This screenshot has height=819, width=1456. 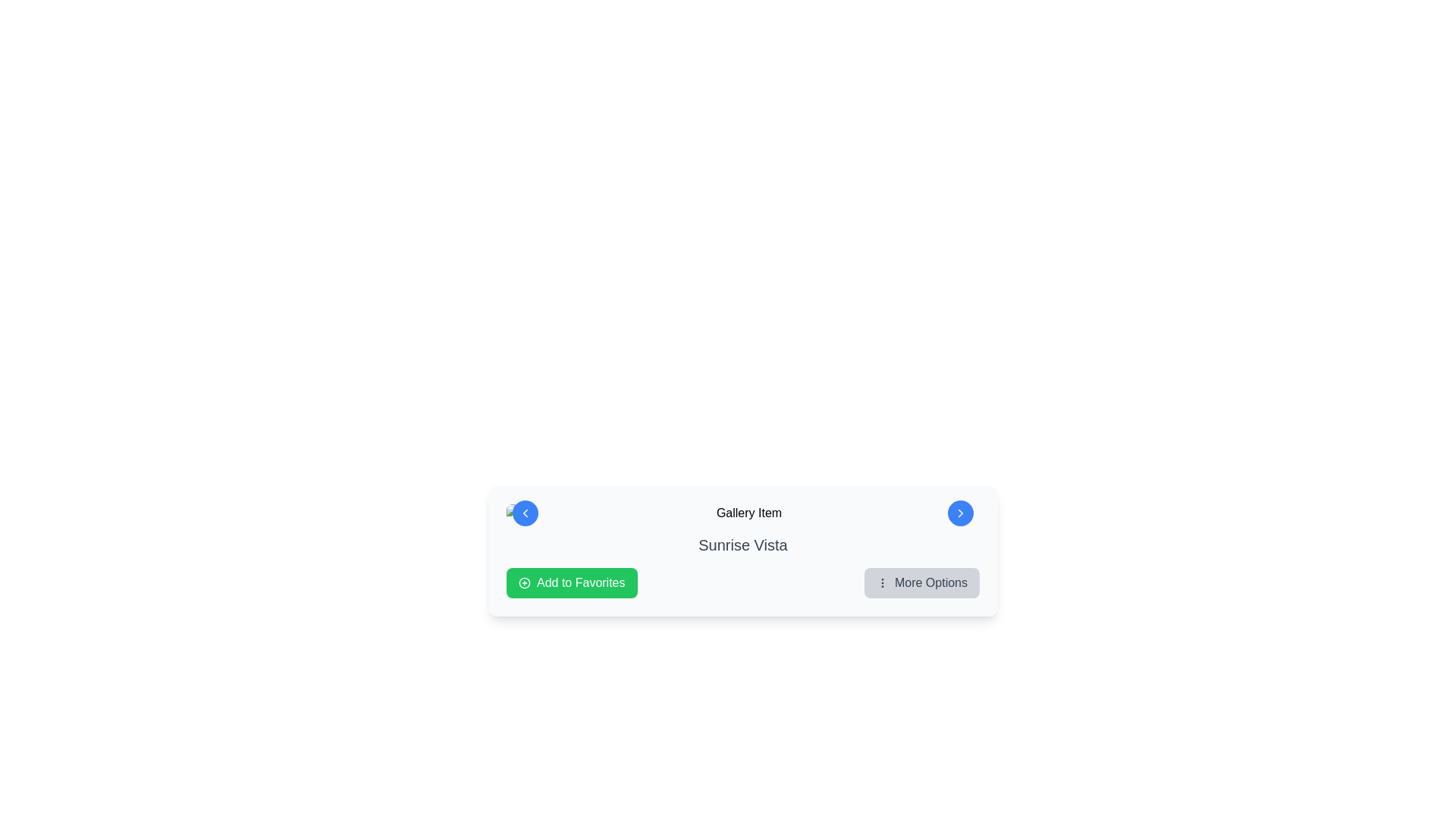 I want to click on the small left-pointing chevron icon located on the upper-left side of the circular blue button, so click(x=525, y=513).